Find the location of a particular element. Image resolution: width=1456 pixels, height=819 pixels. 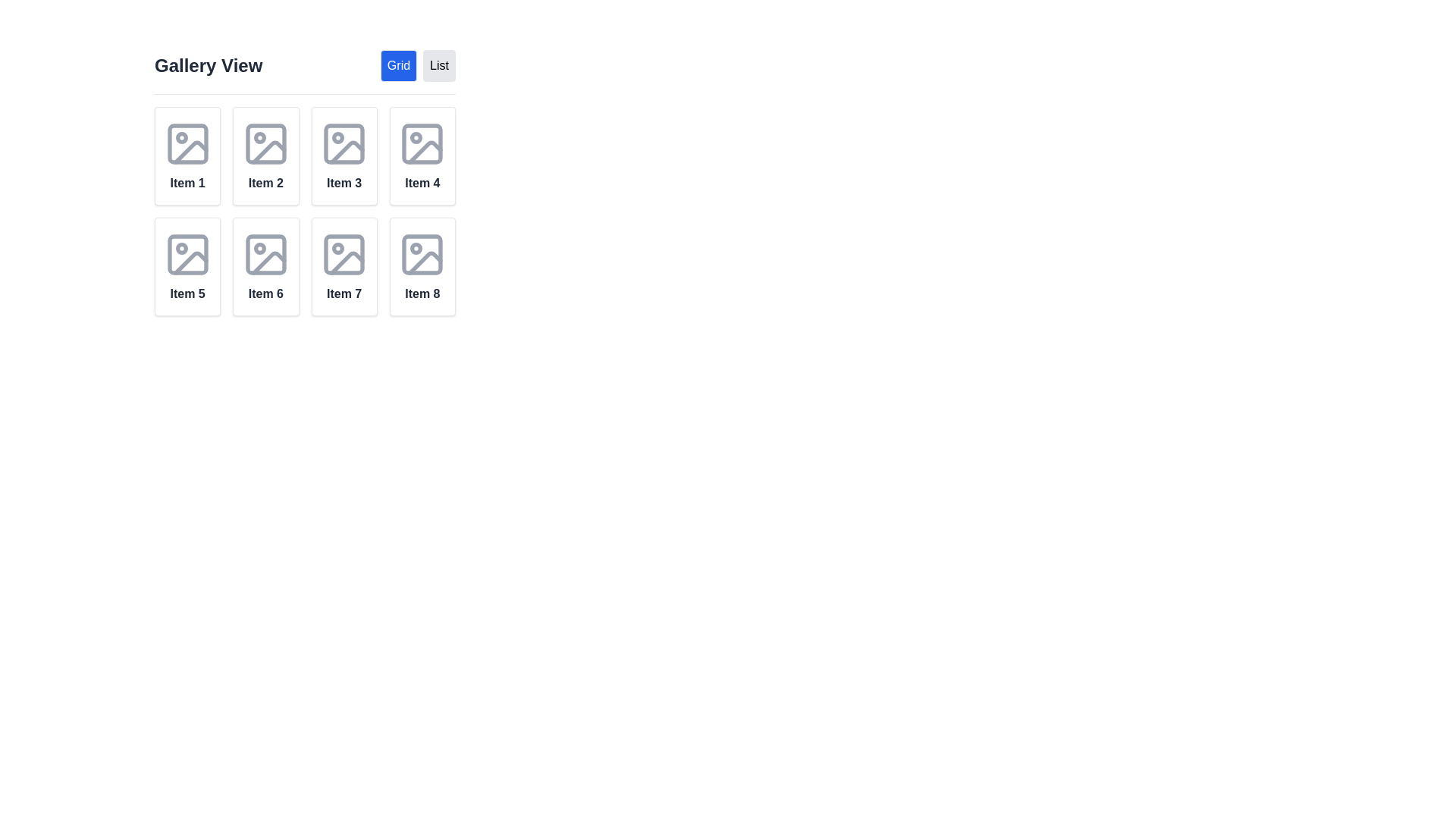

the small rectangular frame with rounded corners located in the third grid item of the gallery view, which represents an image icon is located at coordinates (344, 143).